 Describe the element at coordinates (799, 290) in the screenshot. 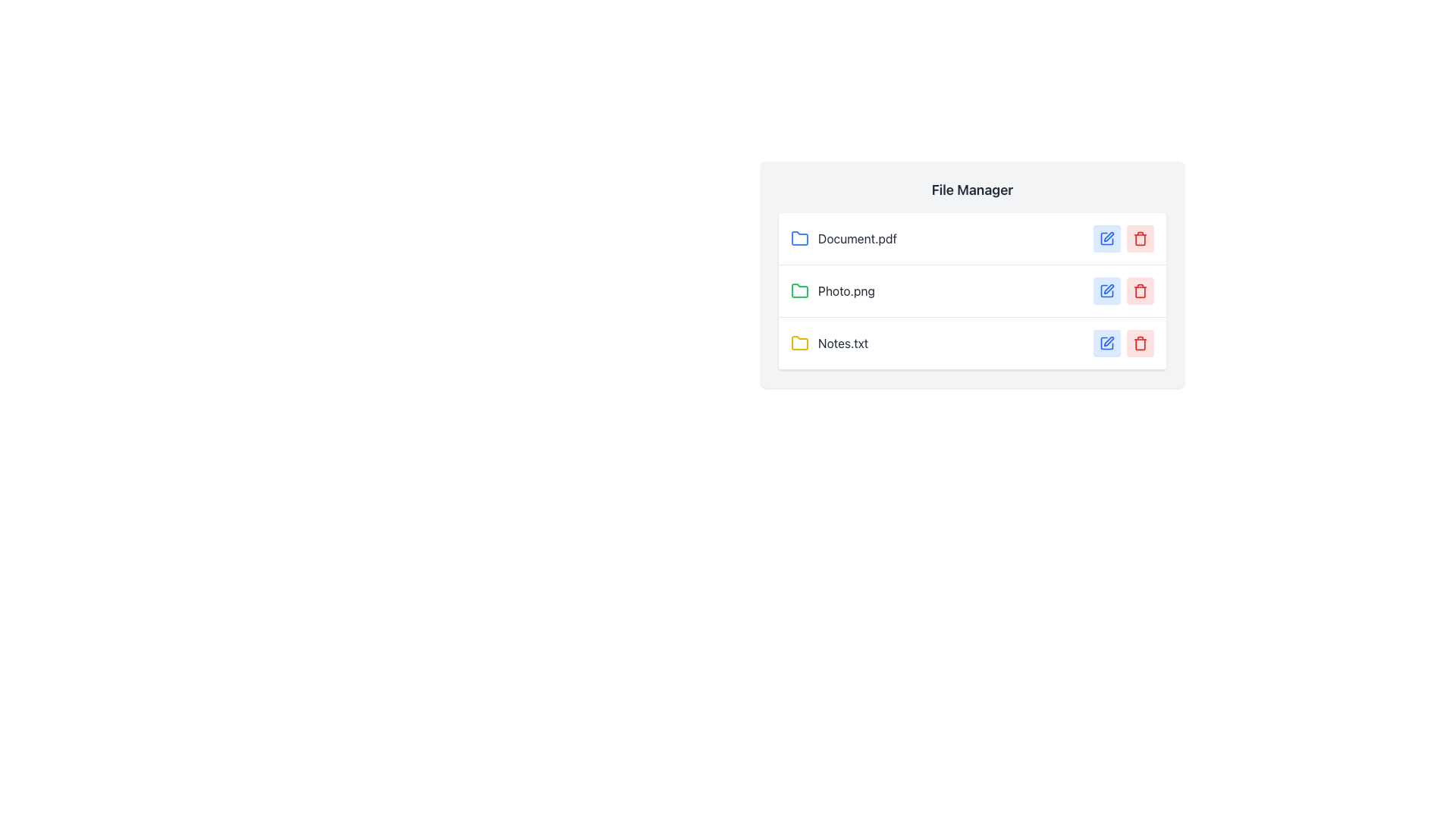

I see `the folder icon with a green outline that is part of the row for the file 'Photo.png'` at that location.